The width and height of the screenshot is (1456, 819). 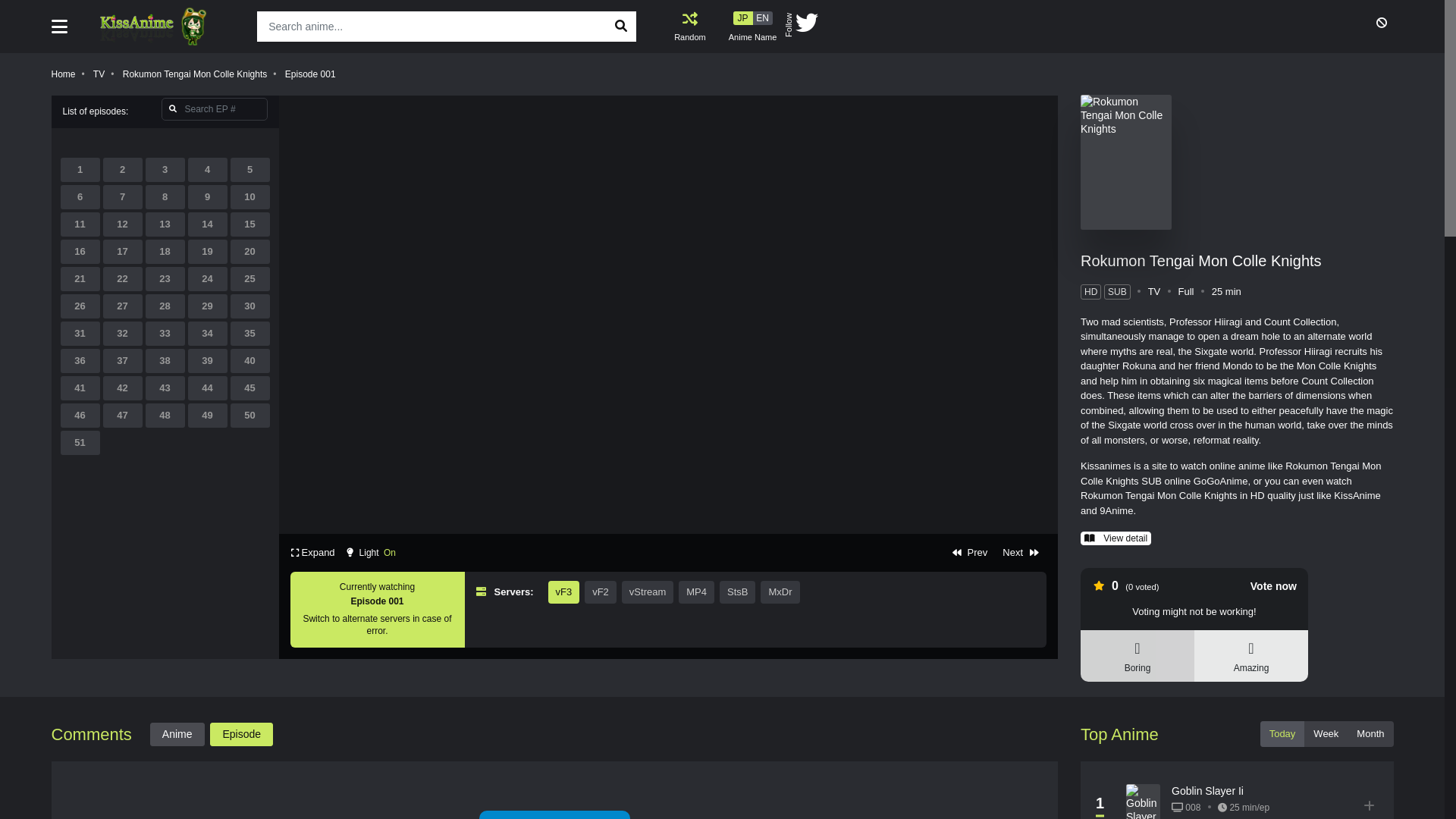 What do you see at coordinates (165, 278) in the screenshot?
I see `'23'` at bounding box center [165, 278].